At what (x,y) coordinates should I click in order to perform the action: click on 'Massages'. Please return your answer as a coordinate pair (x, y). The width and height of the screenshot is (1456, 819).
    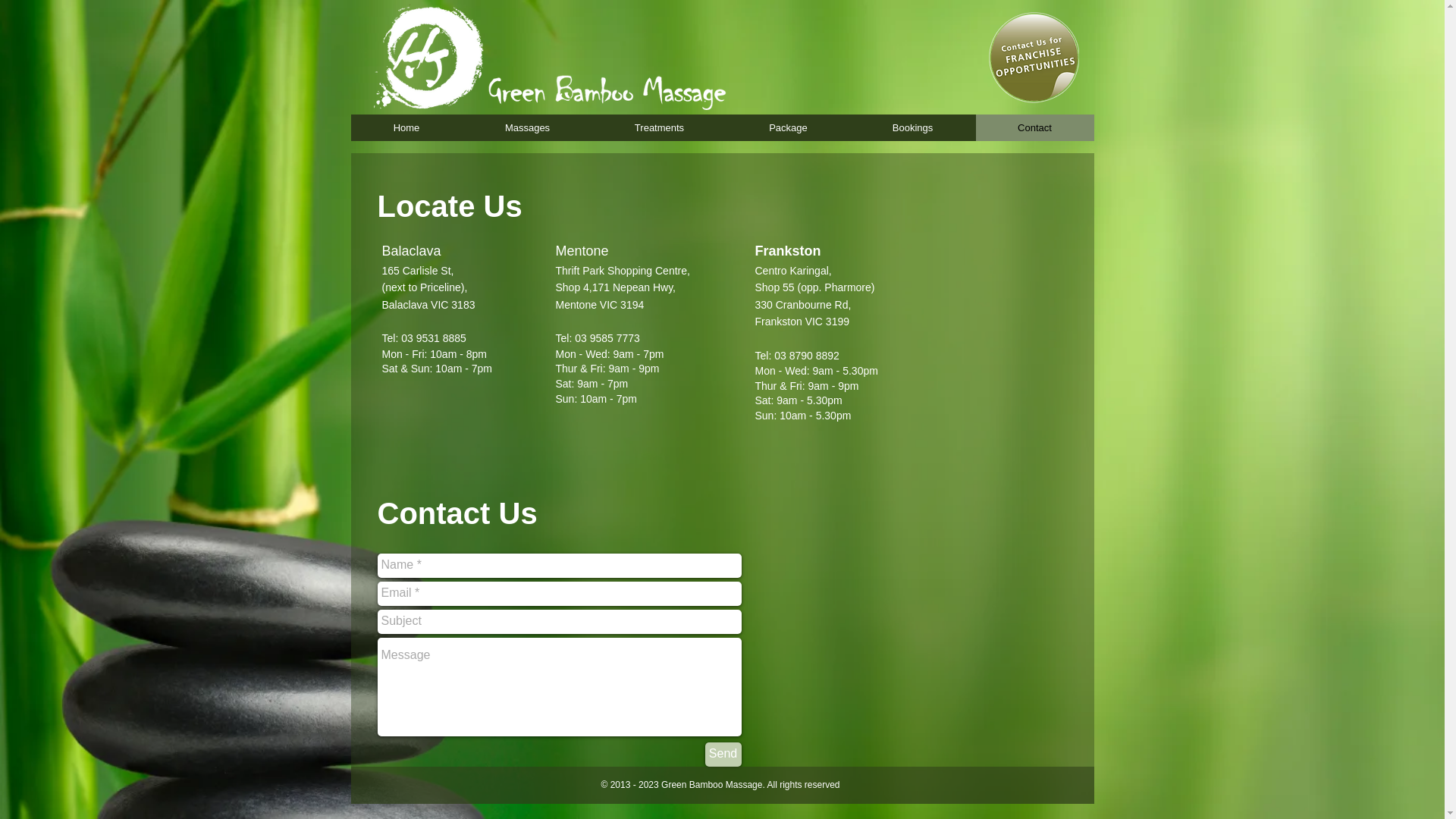
    Looking at the image, I should click on (527, 127).